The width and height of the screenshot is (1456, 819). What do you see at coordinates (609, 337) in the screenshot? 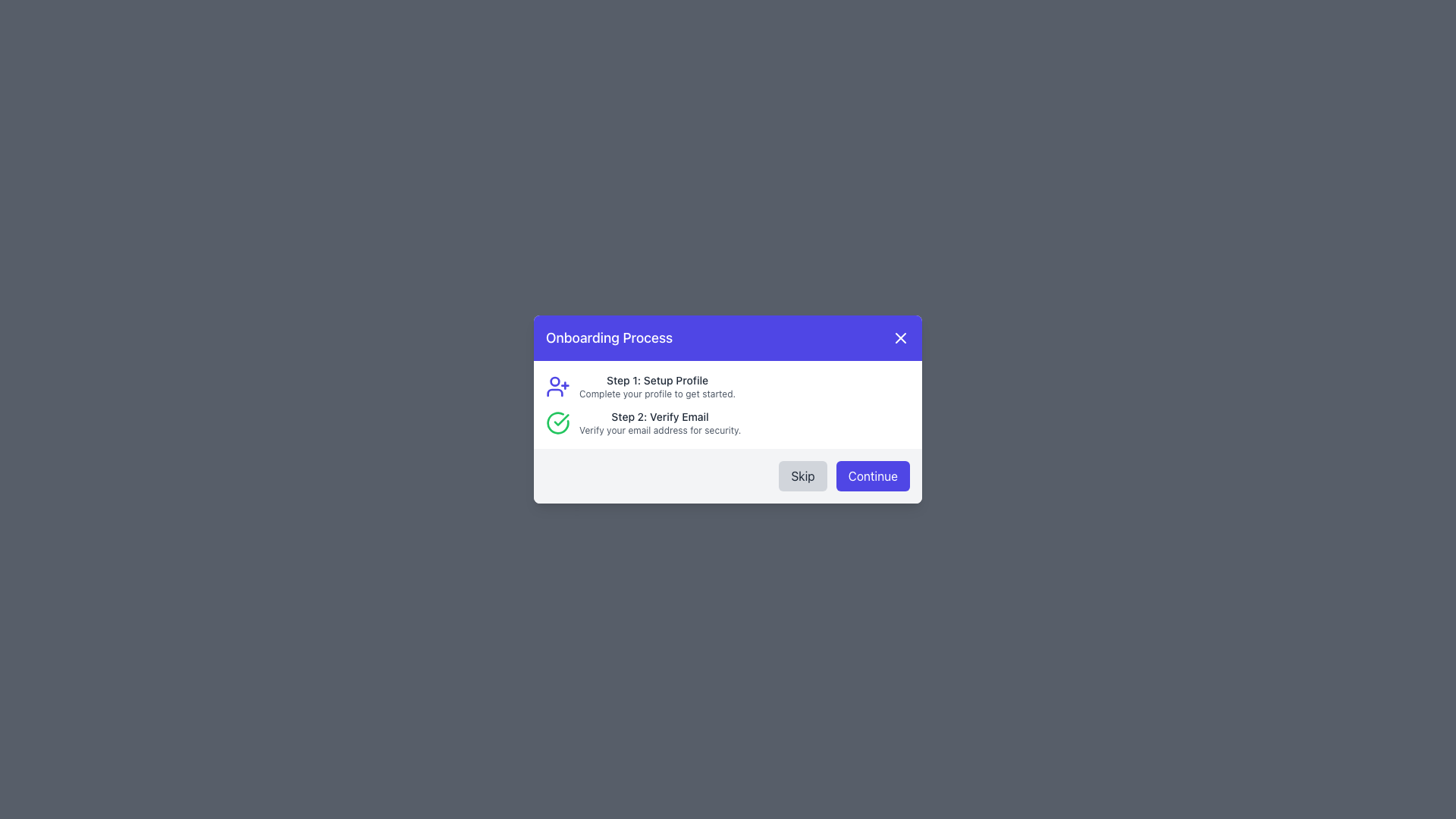
I see `the static text label displaying 'Onboarding Process' in a bold white font on a purple background, positioned at the left-center of the header area within the dialog box` at bounding box center [609, 337].